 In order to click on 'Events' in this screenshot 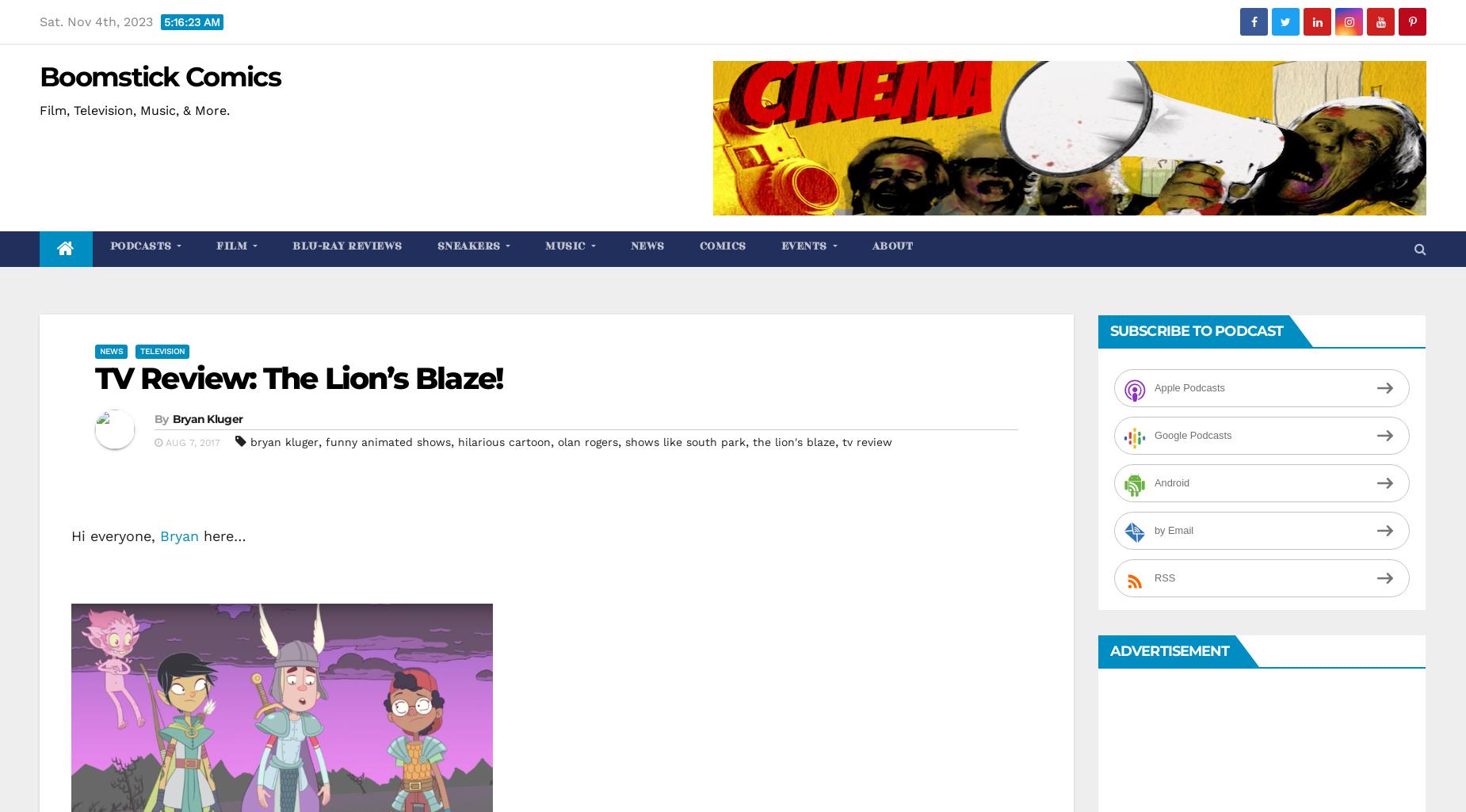, I will do `click(804, 246)`.